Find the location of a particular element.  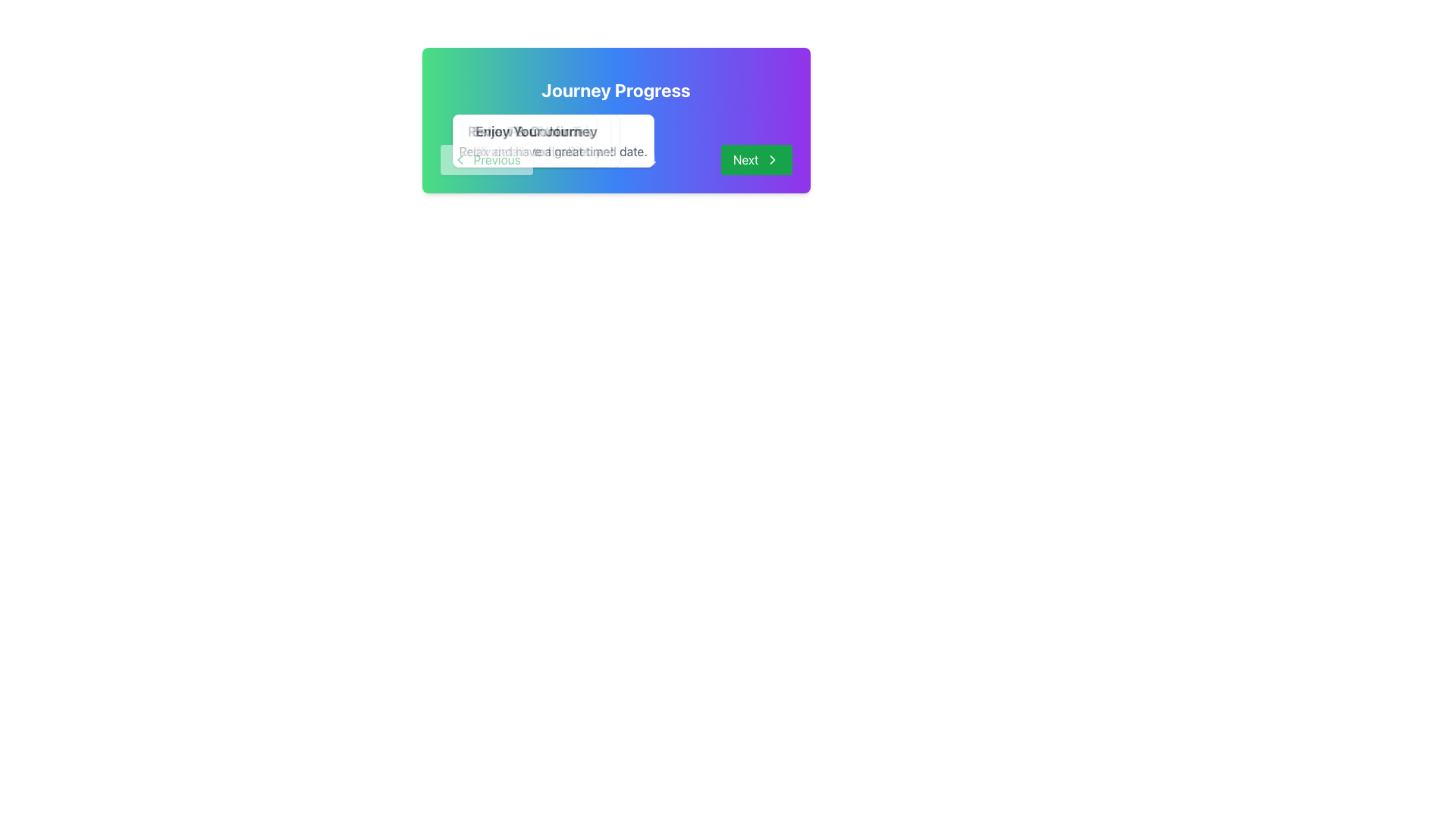

the Header text element that reads 'Journey Progress', which is prominently displayed in bold white font on a colorful gradient background at the upper section of a card-like component is located at coordinates (616, 90).